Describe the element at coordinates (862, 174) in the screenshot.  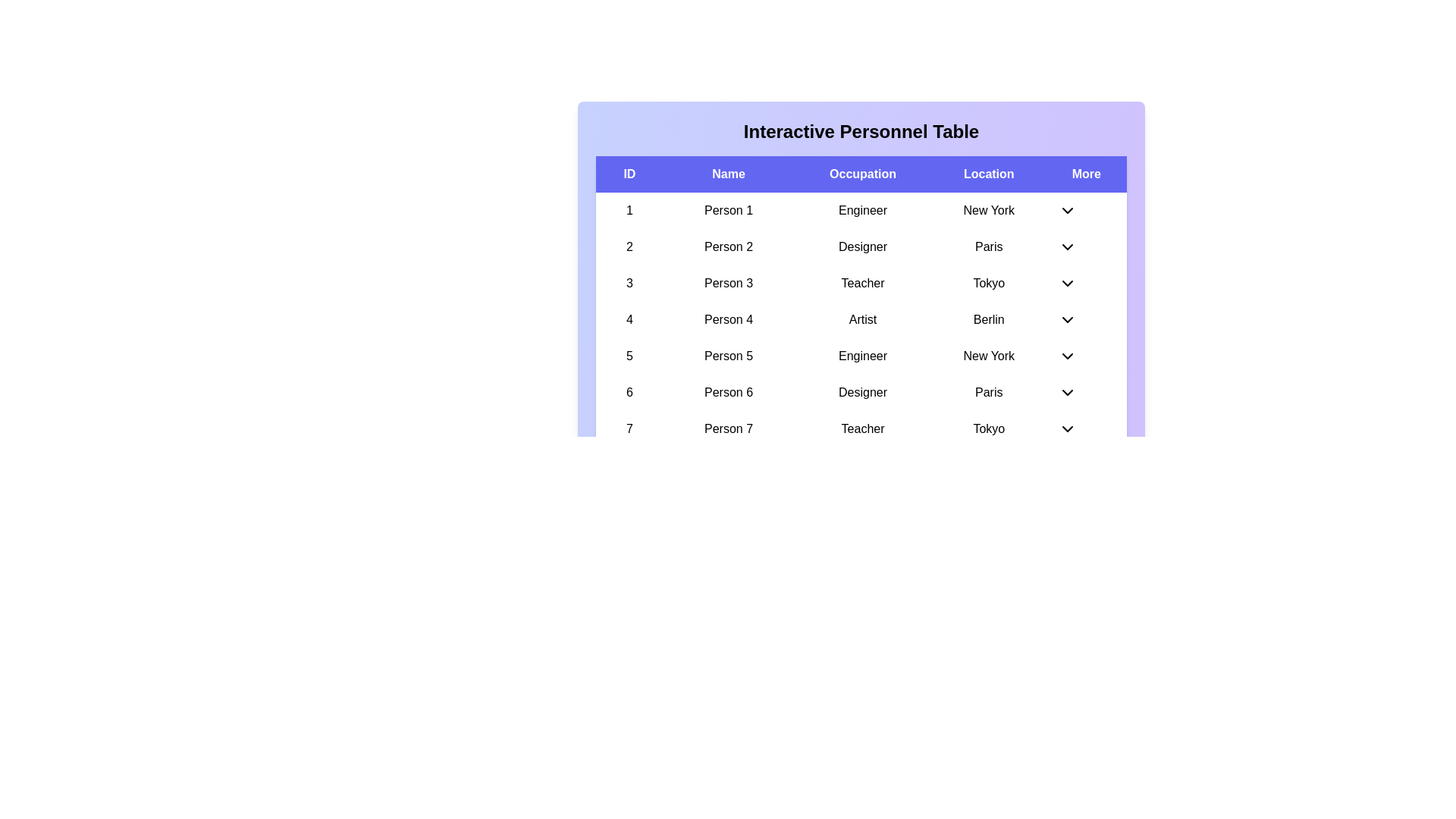
I see `the column header Occupation to sort the table by that column` at that location.